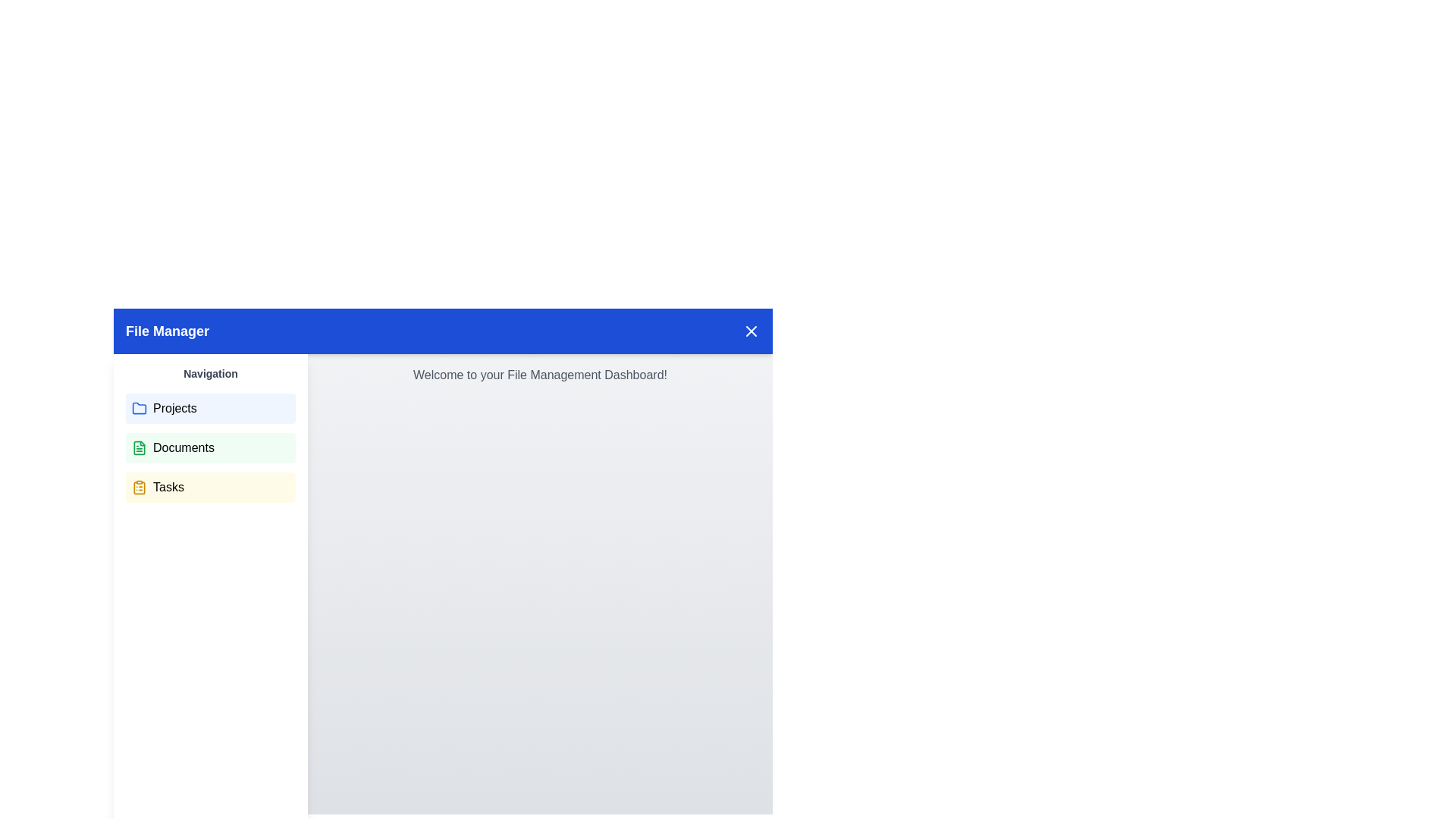 Image resolution: width=1456 pixels, height=819 pixels. I want to click on the 'Documents' button, which is a rectangular button with a light green background and a green file icon on the left, so click(210, 447).